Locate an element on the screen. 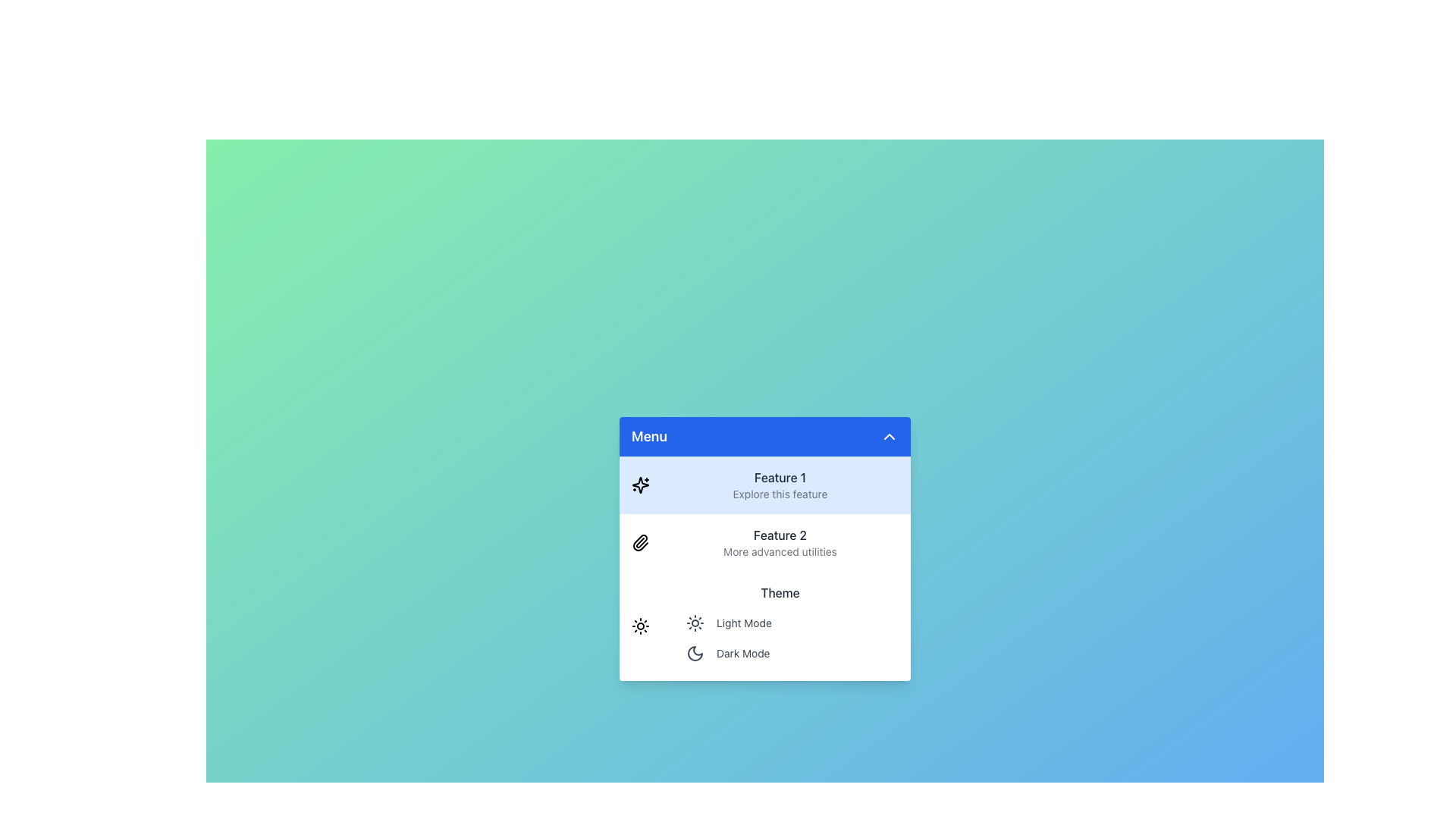 The width and height of the screenshot is (1456, 819). the second item in the dropdown menu which serves as a navigational link is located at coordinates (764, 568).